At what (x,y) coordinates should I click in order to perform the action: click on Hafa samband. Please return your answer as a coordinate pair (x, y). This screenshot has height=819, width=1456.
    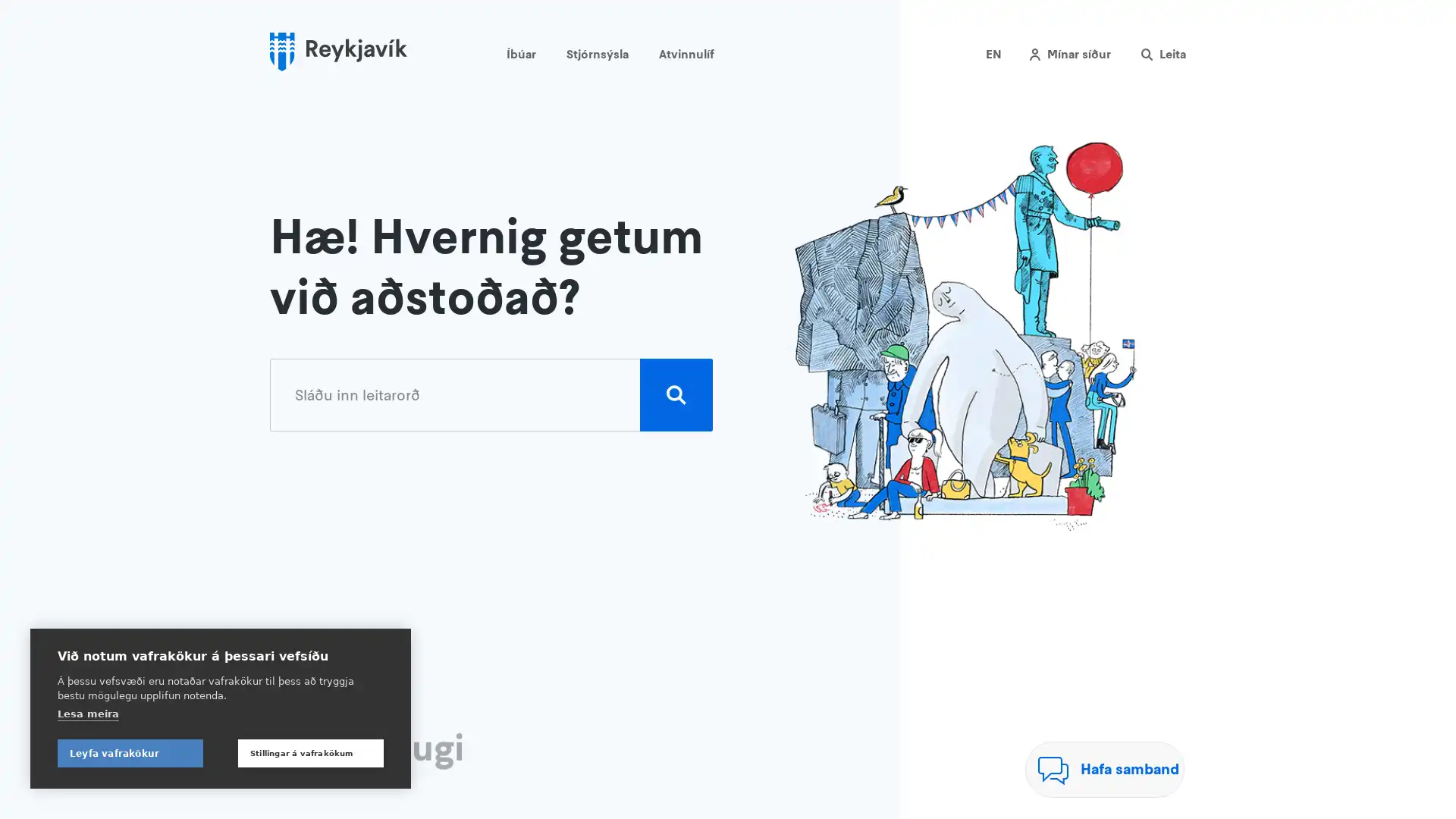
    Looking at the image, I should click on (1111, 760).